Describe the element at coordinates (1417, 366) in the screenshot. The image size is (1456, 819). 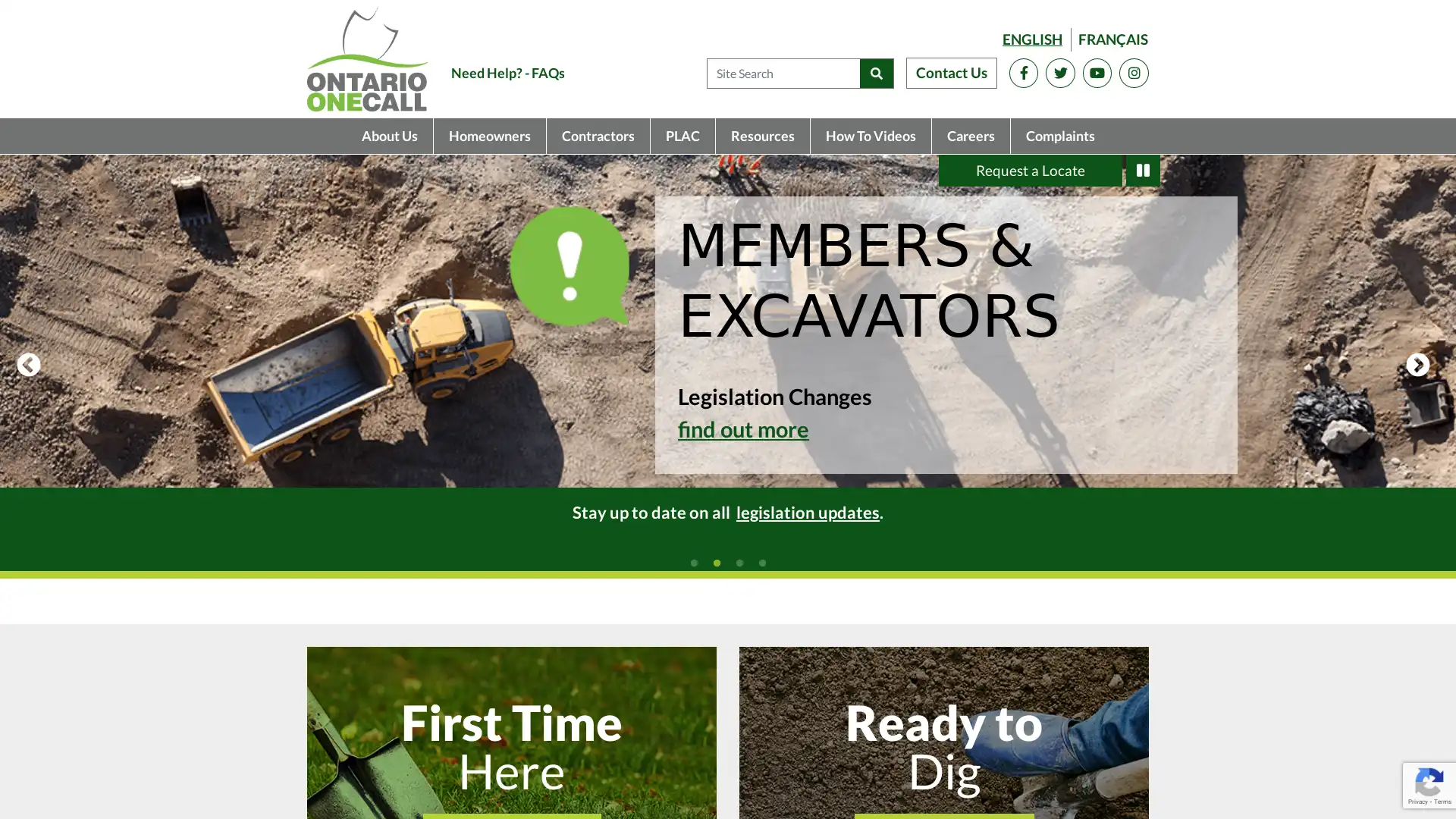
I see `Next` at that location.